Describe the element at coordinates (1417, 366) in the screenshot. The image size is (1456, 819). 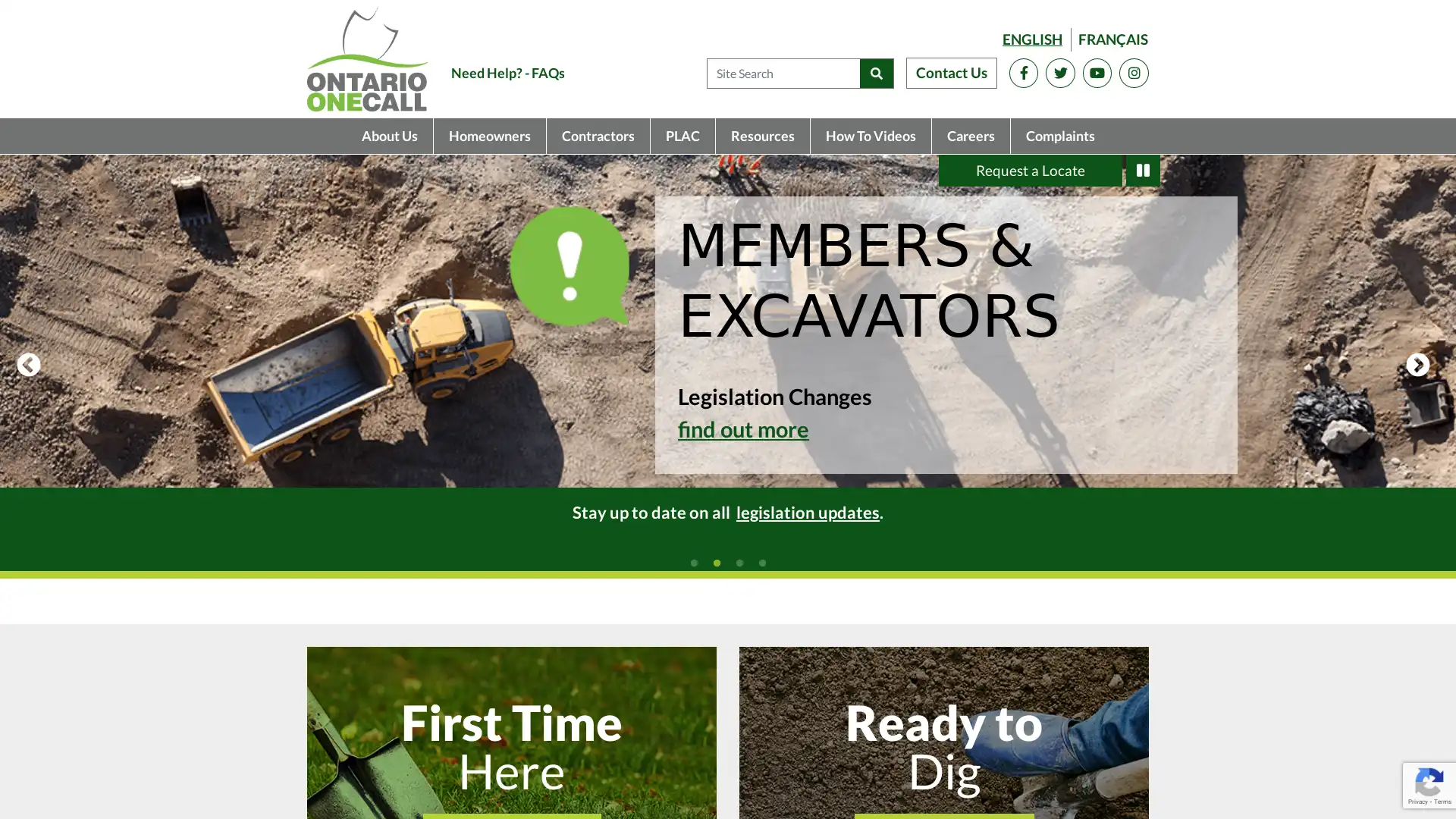
I see `Next` at that location.